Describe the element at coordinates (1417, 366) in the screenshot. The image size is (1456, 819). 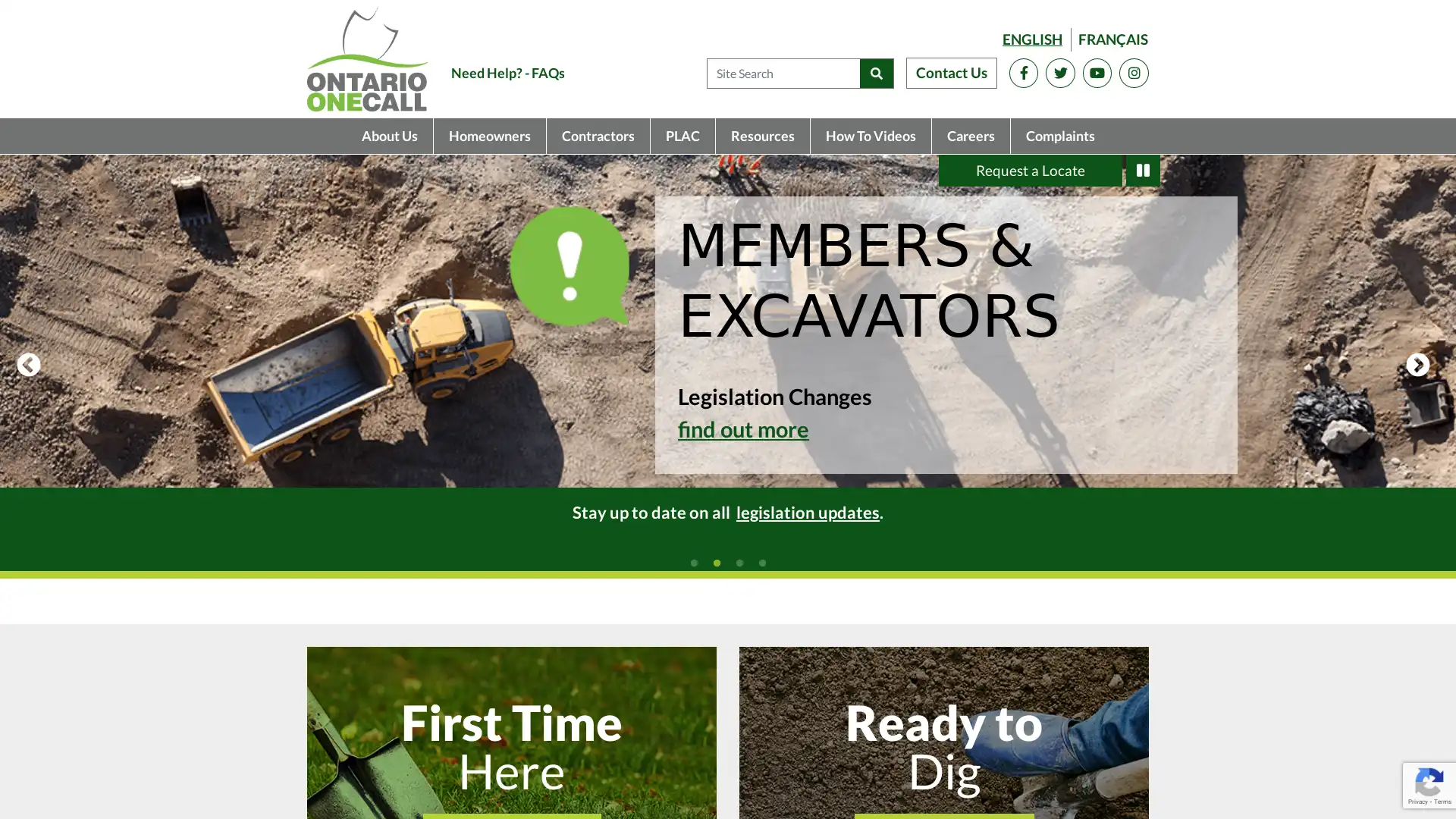
I see `Next` at that location.